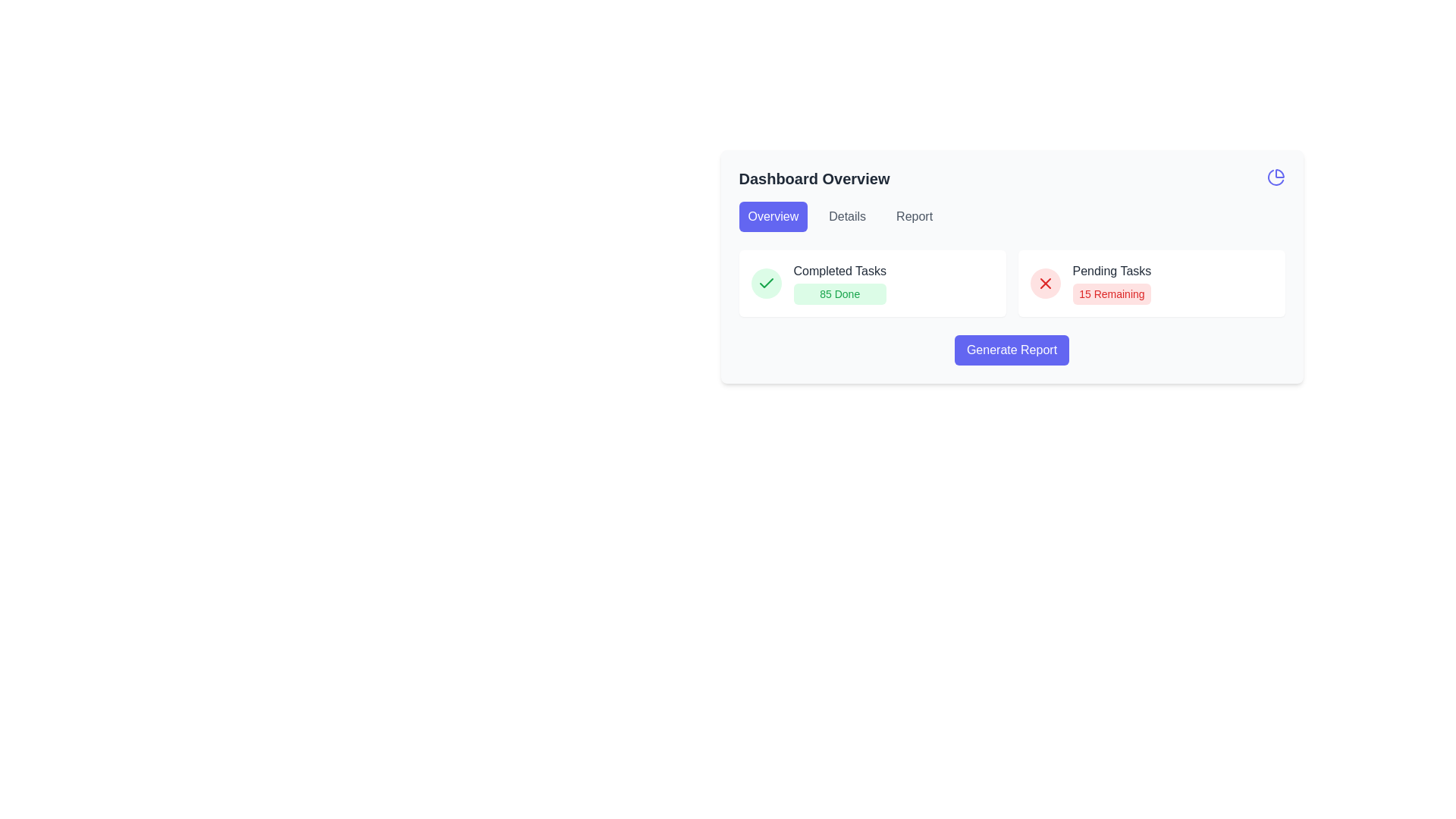 The image size is (1456, 819). I want to click on the label indicating the number of pending tasks, which is located below the 'Pending Tasks' text and to the right of the 'Completed Tasks' section within the task information UI card, so click(1112, 294).